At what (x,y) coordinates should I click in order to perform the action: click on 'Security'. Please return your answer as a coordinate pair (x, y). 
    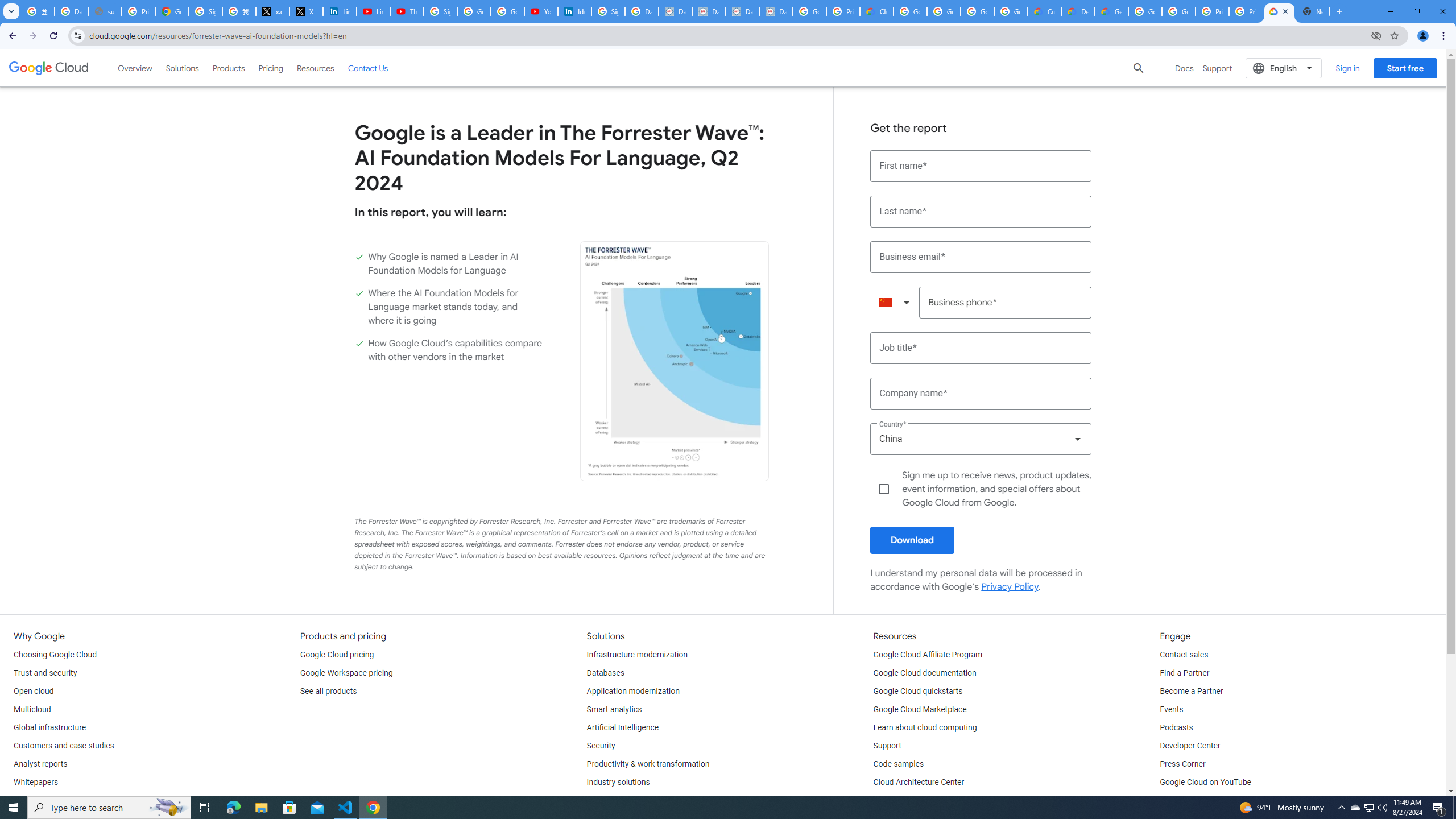
    Looking at the image, I should click on (601, 745).